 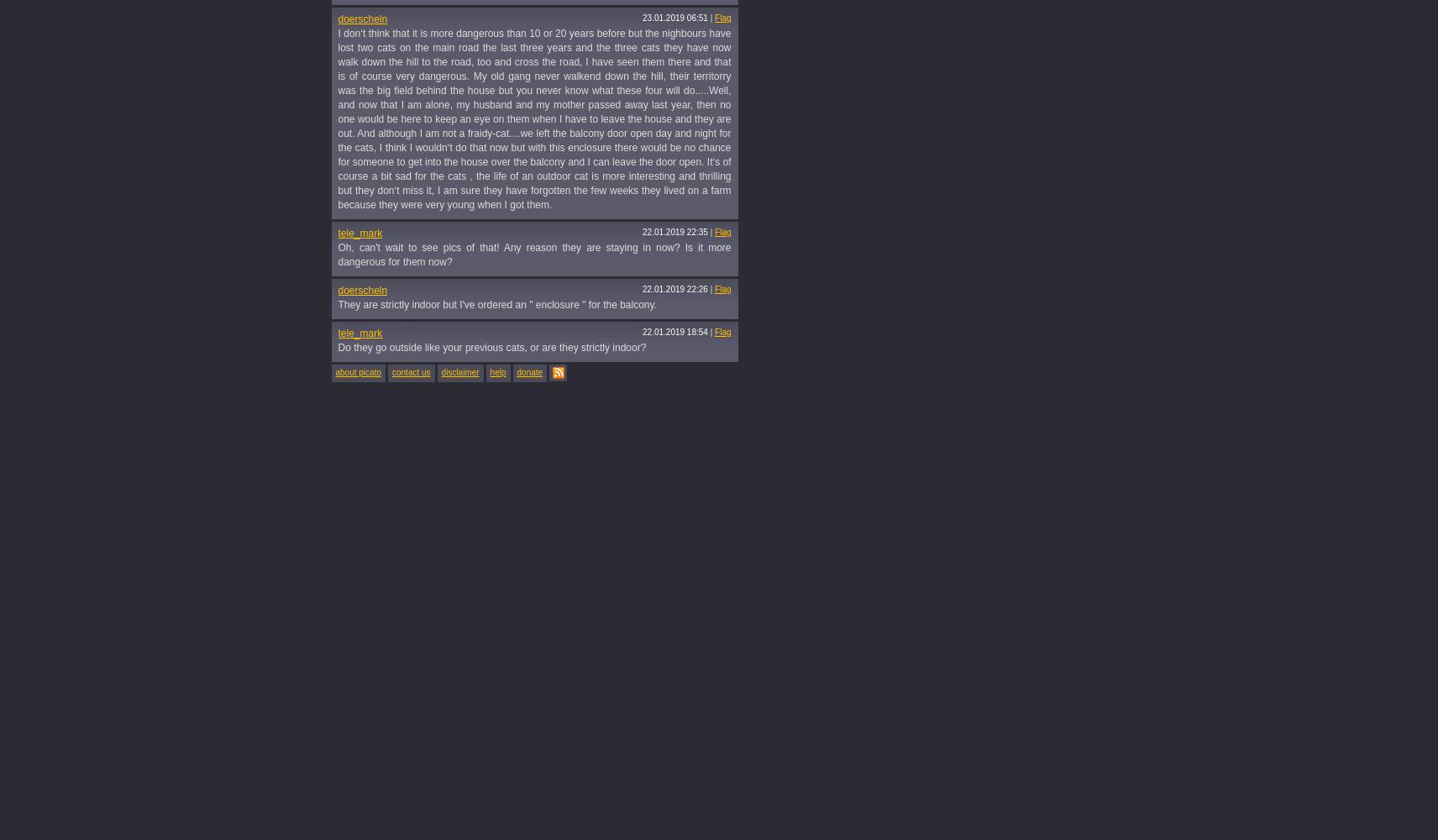 What do you see at coordinates (337, 348) in the screenshot?
I see `'Do they go outside like your previous cats, or are they strictly indoor?'` at bounding box center [337, 348].